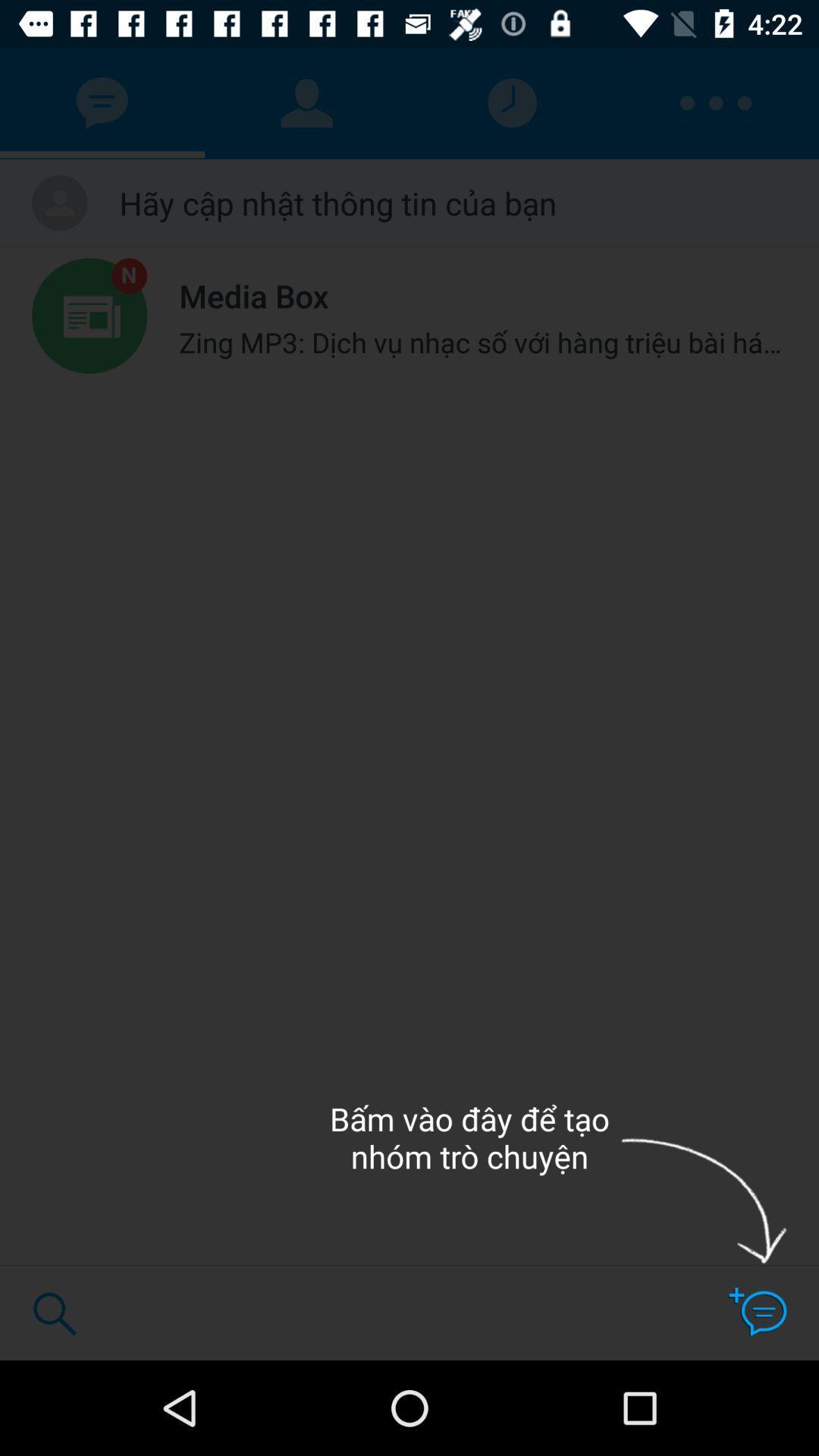 The image size is (819, 1456). I want to click on the search icon, so click(54, 1313).